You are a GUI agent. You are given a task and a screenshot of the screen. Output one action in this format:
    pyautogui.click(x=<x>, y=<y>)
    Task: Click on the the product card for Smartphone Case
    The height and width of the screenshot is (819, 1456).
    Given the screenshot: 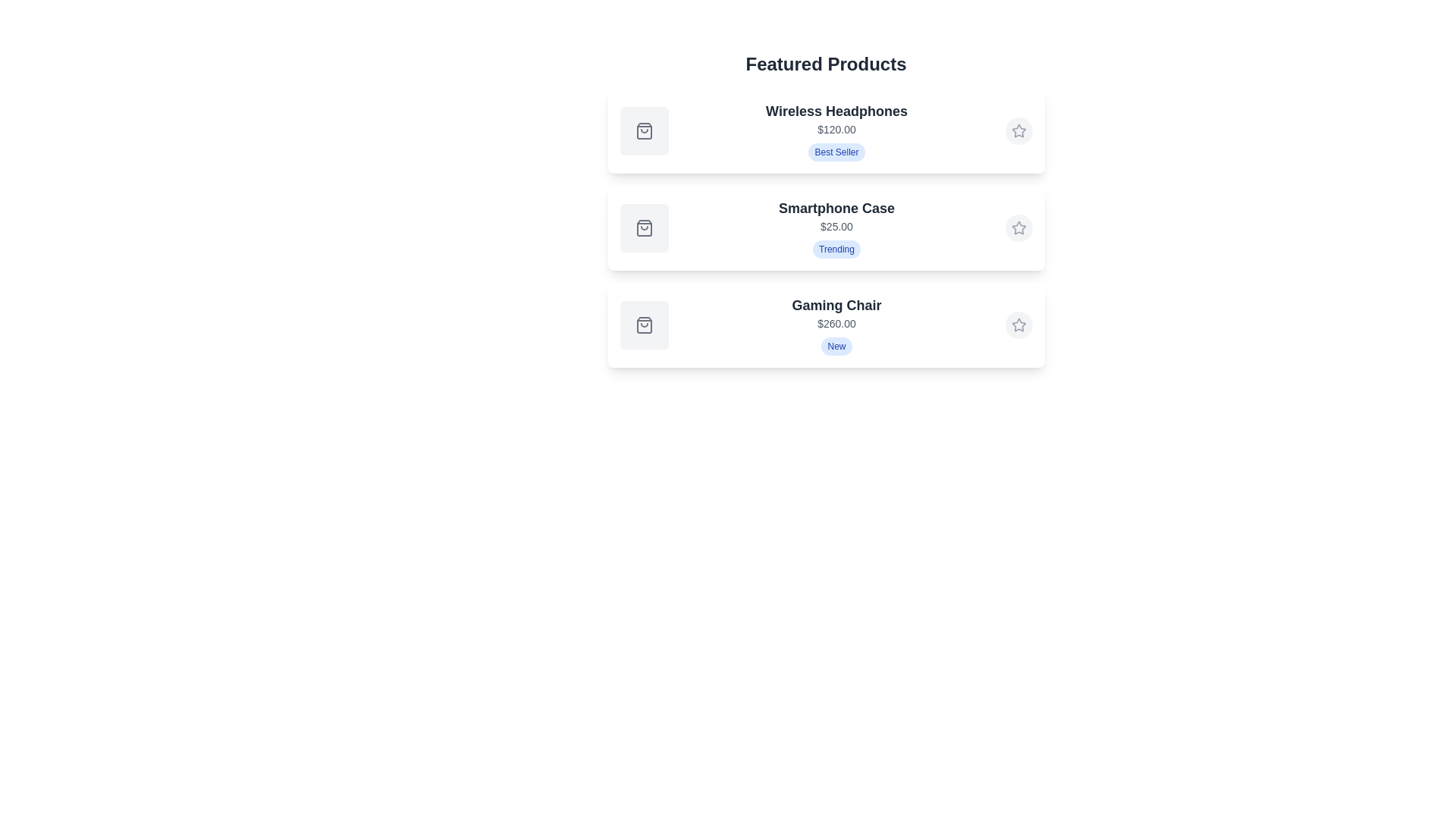 What is the action you would take?
    pyautogui.click(x=825, y=227)
    